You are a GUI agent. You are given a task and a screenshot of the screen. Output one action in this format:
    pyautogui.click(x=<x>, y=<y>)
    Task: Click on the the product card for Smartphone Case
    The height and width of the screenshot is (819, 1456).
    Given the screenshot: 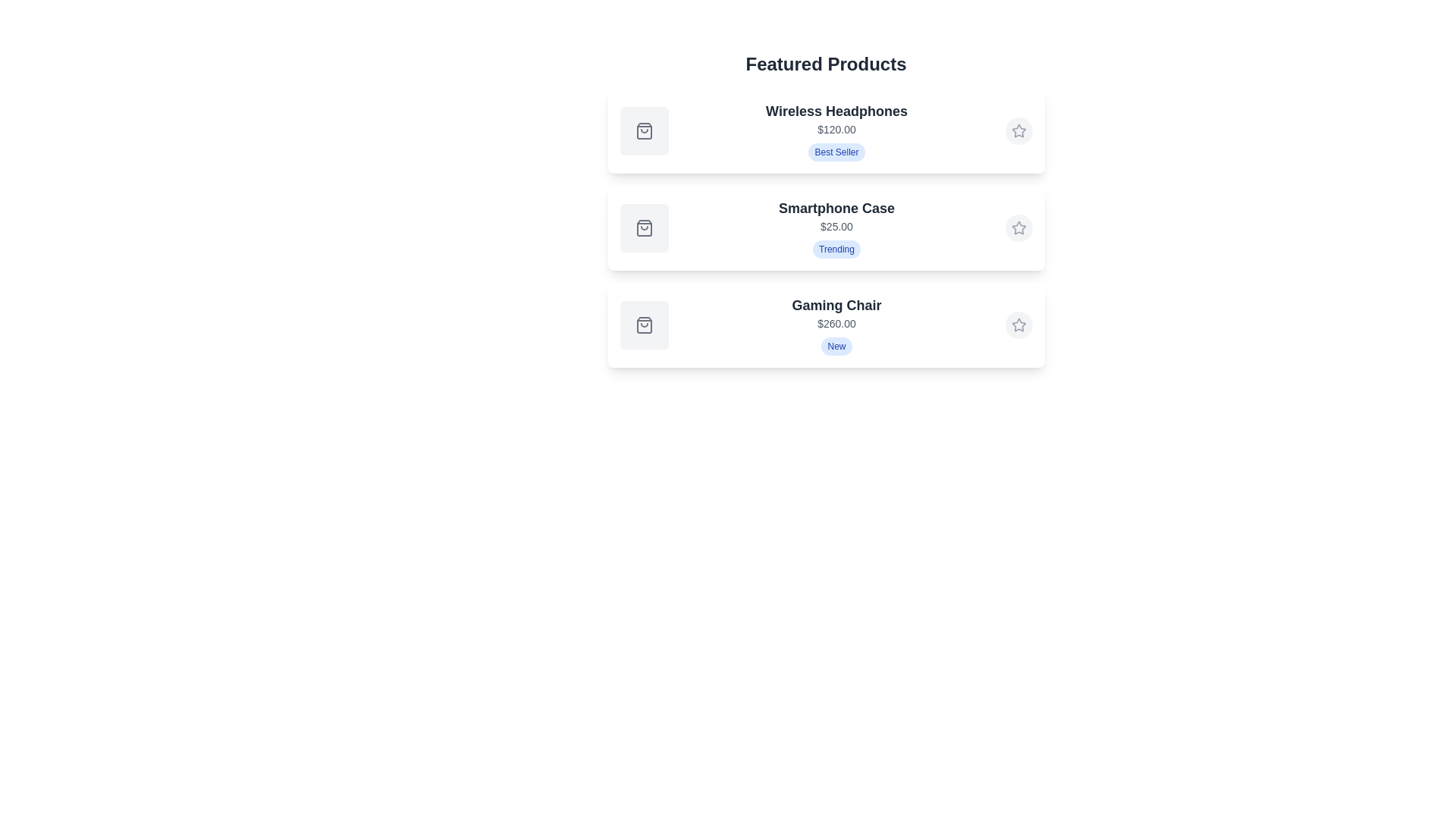 What is the action you would take?
    pyautogui.click(x=825, y=227)
    